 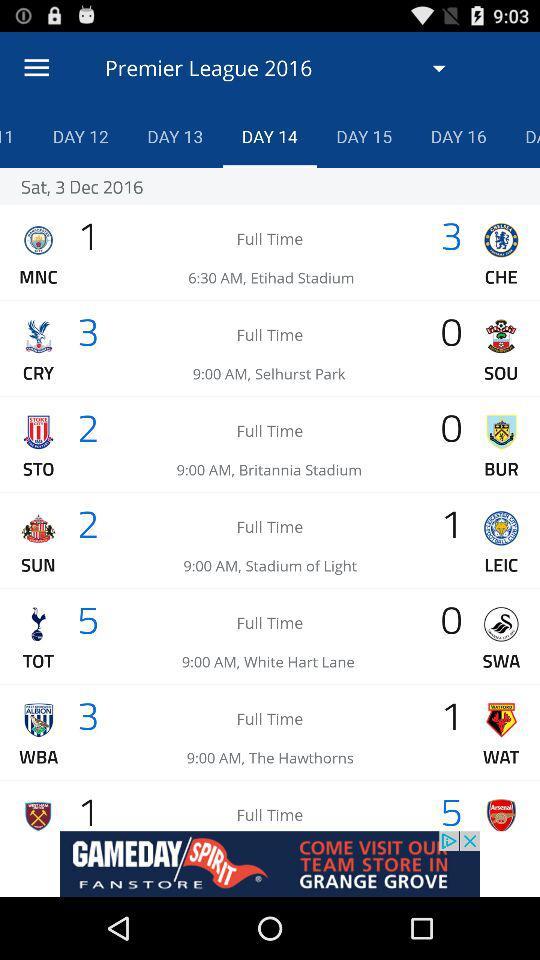 I want to click on option, so click(x=270, y=863).